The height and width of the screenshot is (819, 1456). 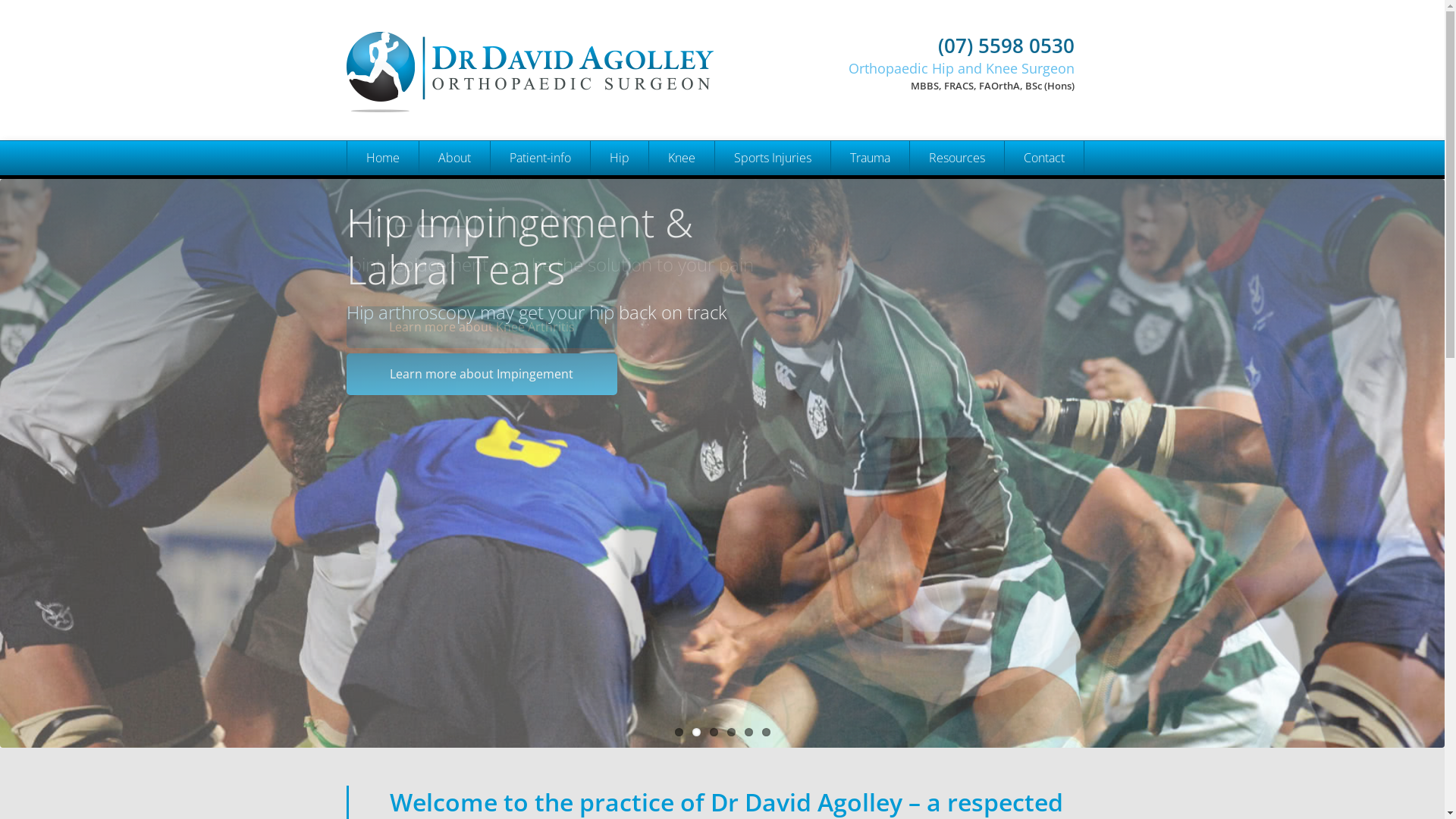 What do you see at coordinates (765, 731) in the screenshot?
I see `'6'` at bounding box center [765, 731].